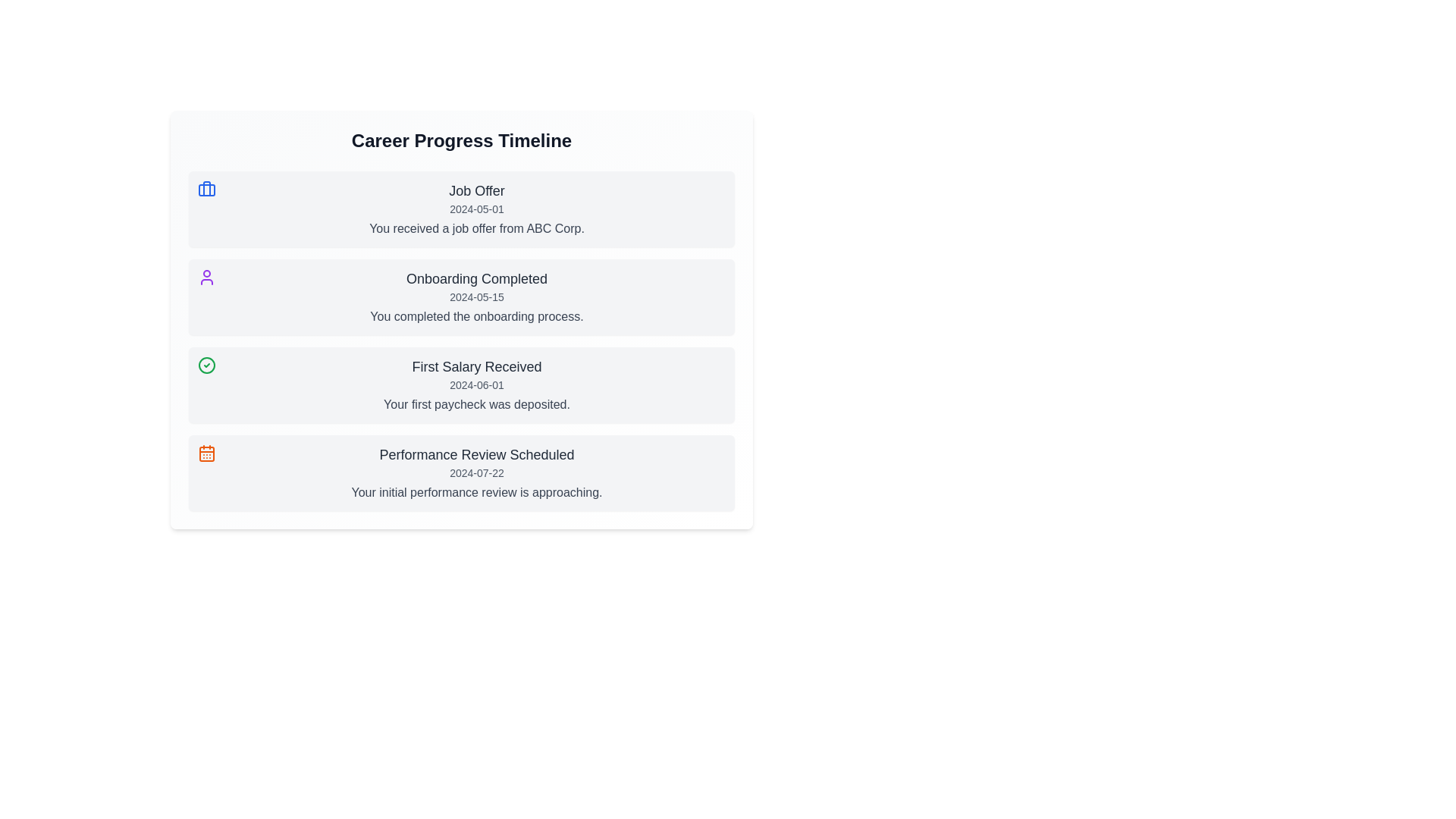 This screenshot has height=819, width=1456. Describe the element at coordinates (206, 366) in the screenshot. I see `the circular SVG element with a green outline and white fill that indicates a milestone for 'First Salary Received' in the timeline` at that location.